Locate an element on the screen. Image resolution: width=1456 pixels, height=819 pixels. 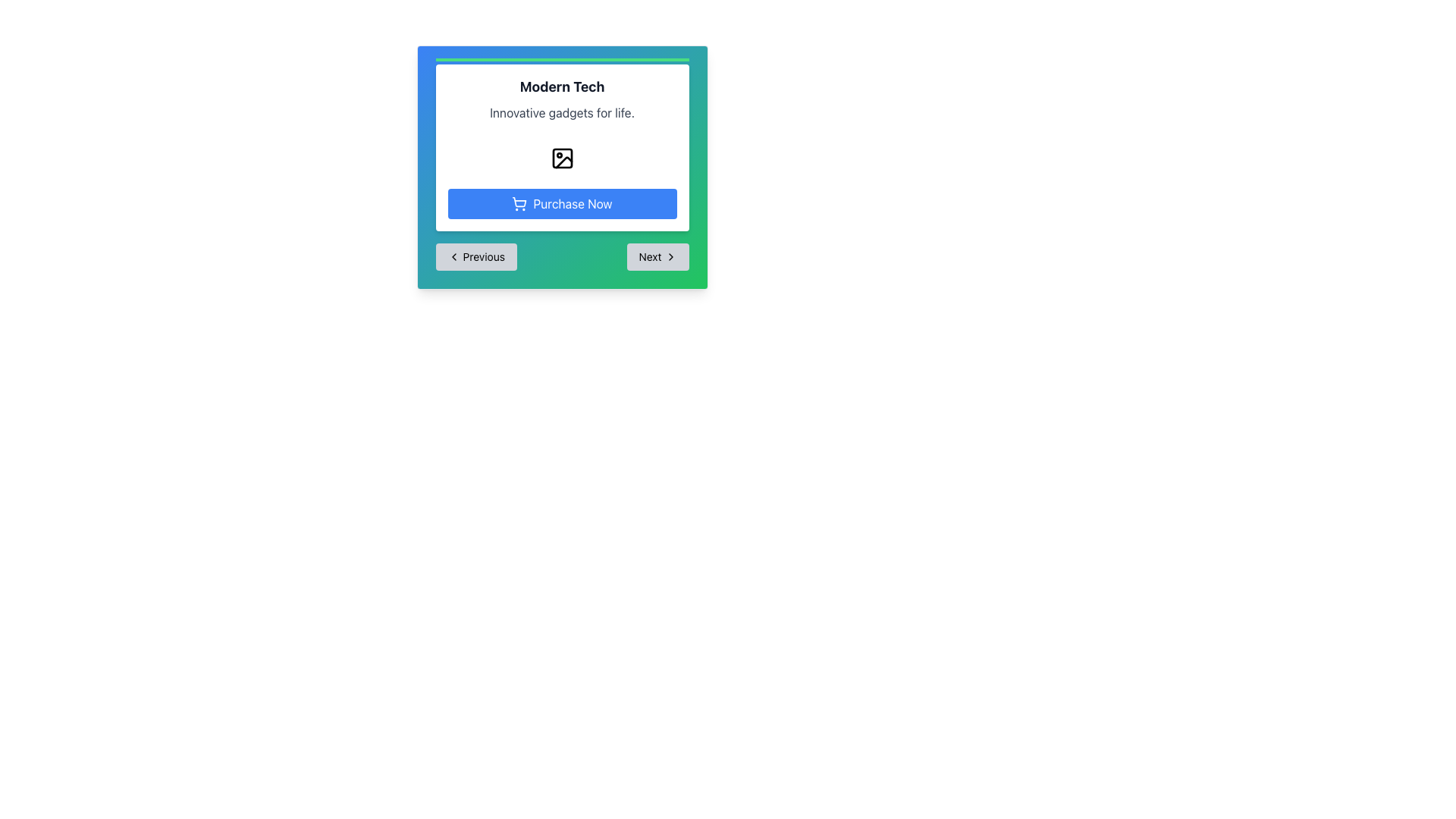
the rectangular blue button labeled 'Purchase Now' with a shopping cart icon to initiate the purchase is located at coordinates (561, 203).